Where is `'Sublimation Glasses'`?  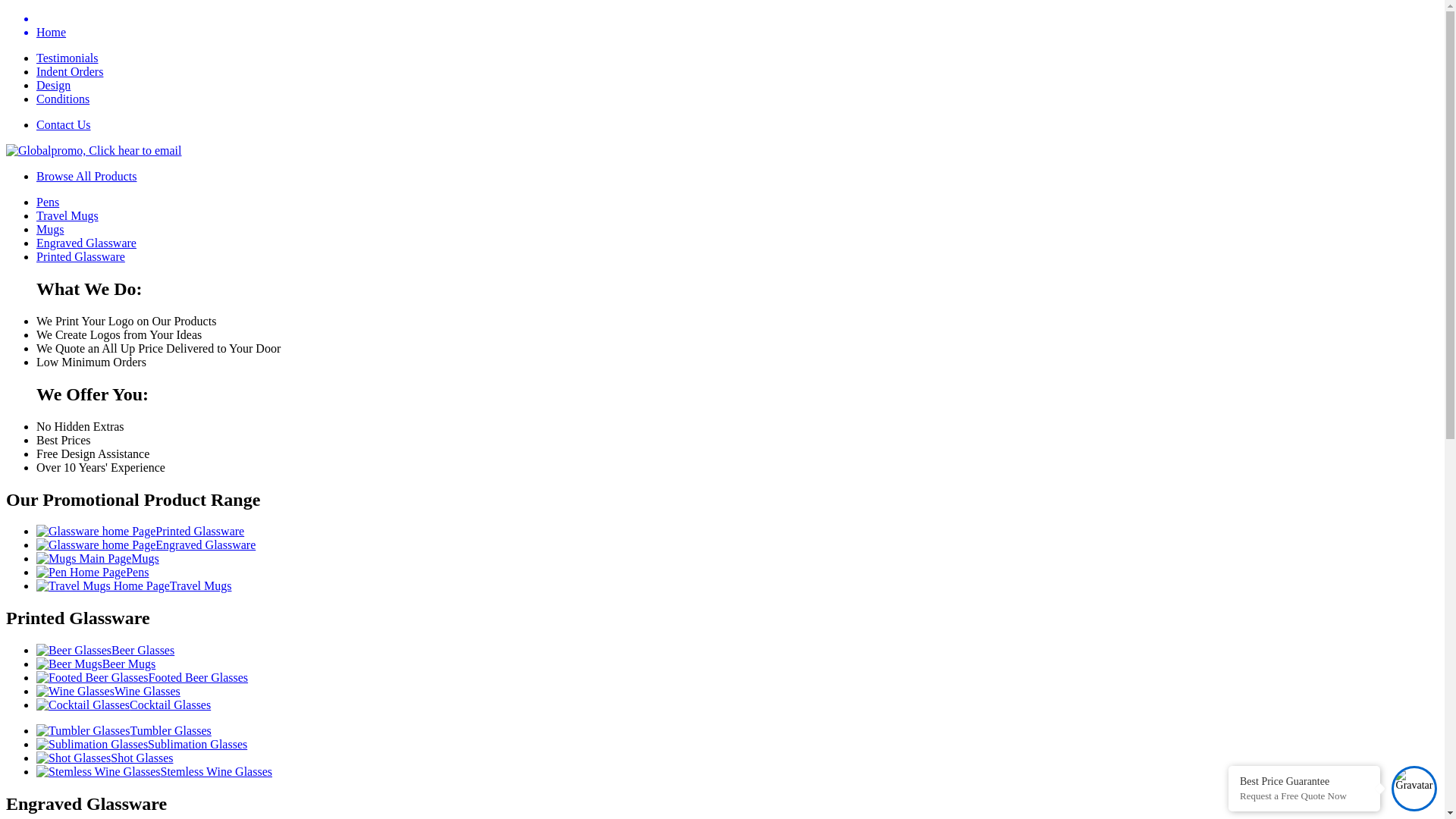
'Sublimation Glasses' is located at coordinates (142, 743).